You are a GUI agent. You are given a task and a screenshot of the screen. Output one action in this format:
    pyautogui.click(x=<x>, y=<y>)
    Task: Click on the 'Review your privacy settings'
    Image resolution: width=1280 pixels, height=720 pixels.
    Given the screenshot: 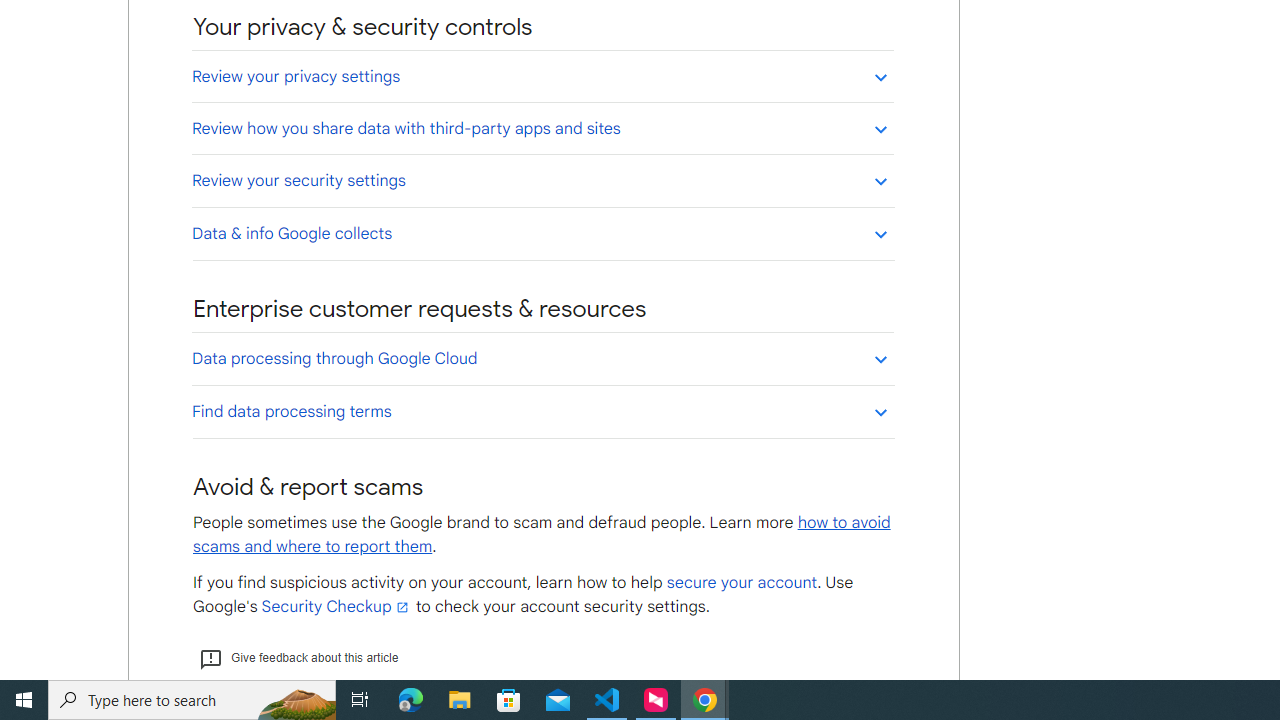 What is the action you would take?
    pyautogui.click(x=542, y=75)
    